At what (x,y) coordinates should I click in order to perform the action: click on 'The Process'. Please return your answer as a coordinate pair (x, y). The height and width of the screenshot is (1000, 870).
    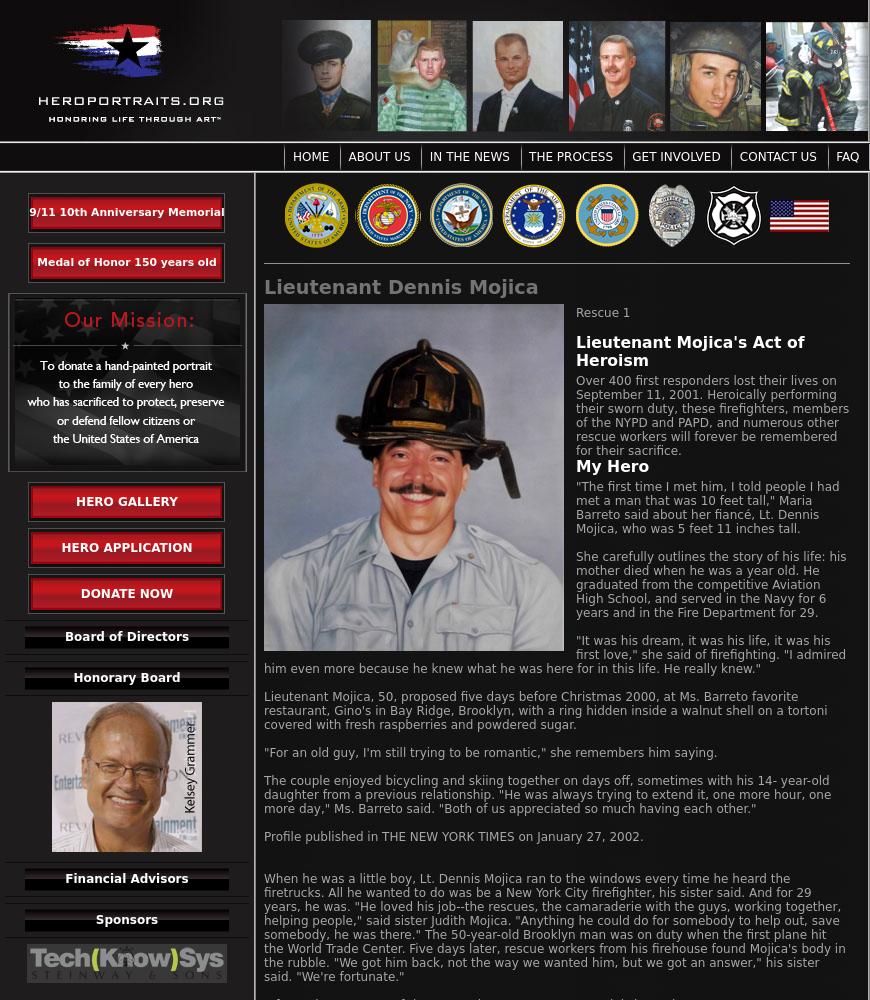
    Looking at the image, I should click on (569, 157).